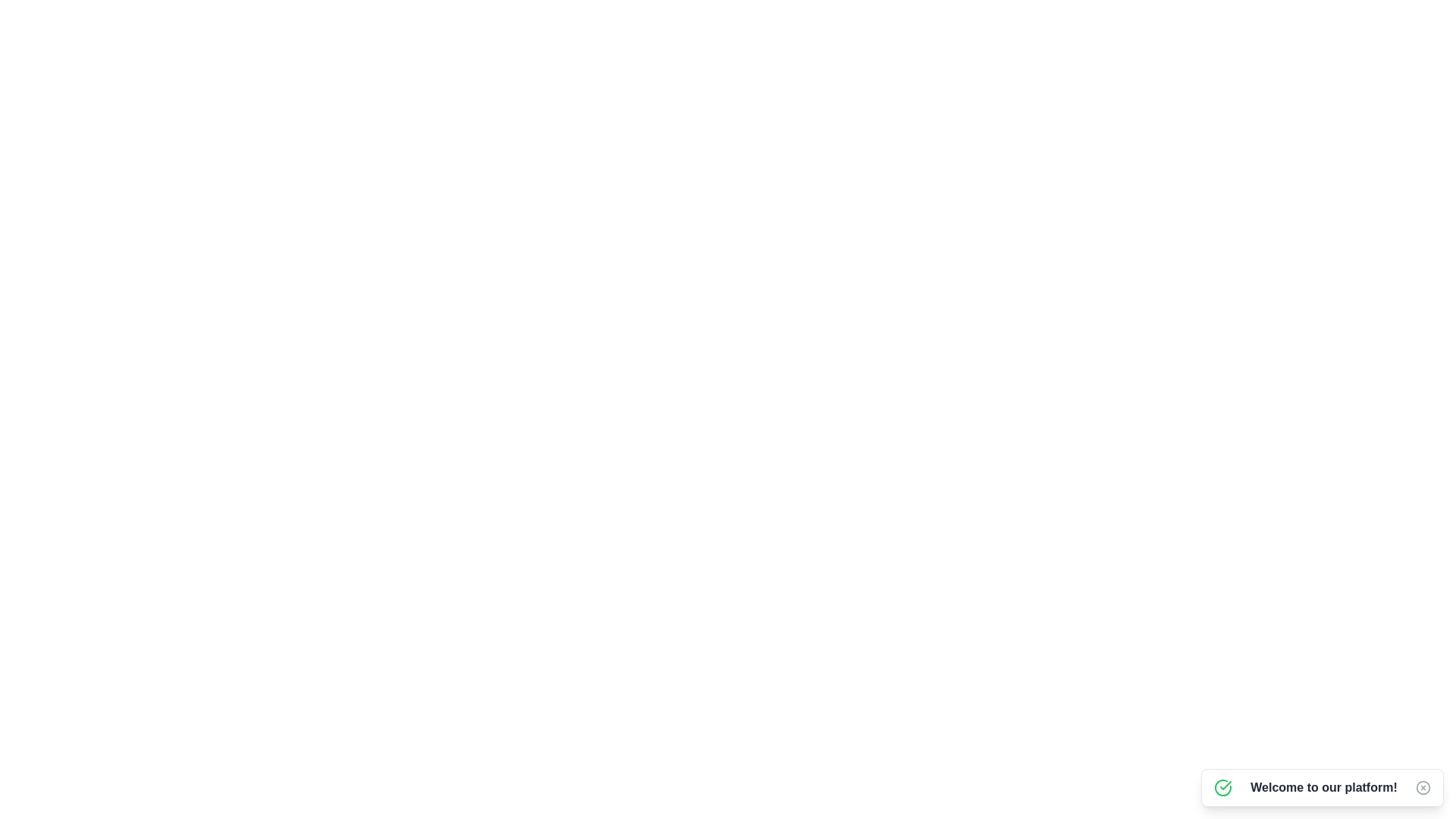 This screenshot has height=819, width=1456. I want to click on the non-interactive confirmation icon located to the left of the text 'Welcome to our platform!' in the bottom-right area of the interface, so click(1222, 786).